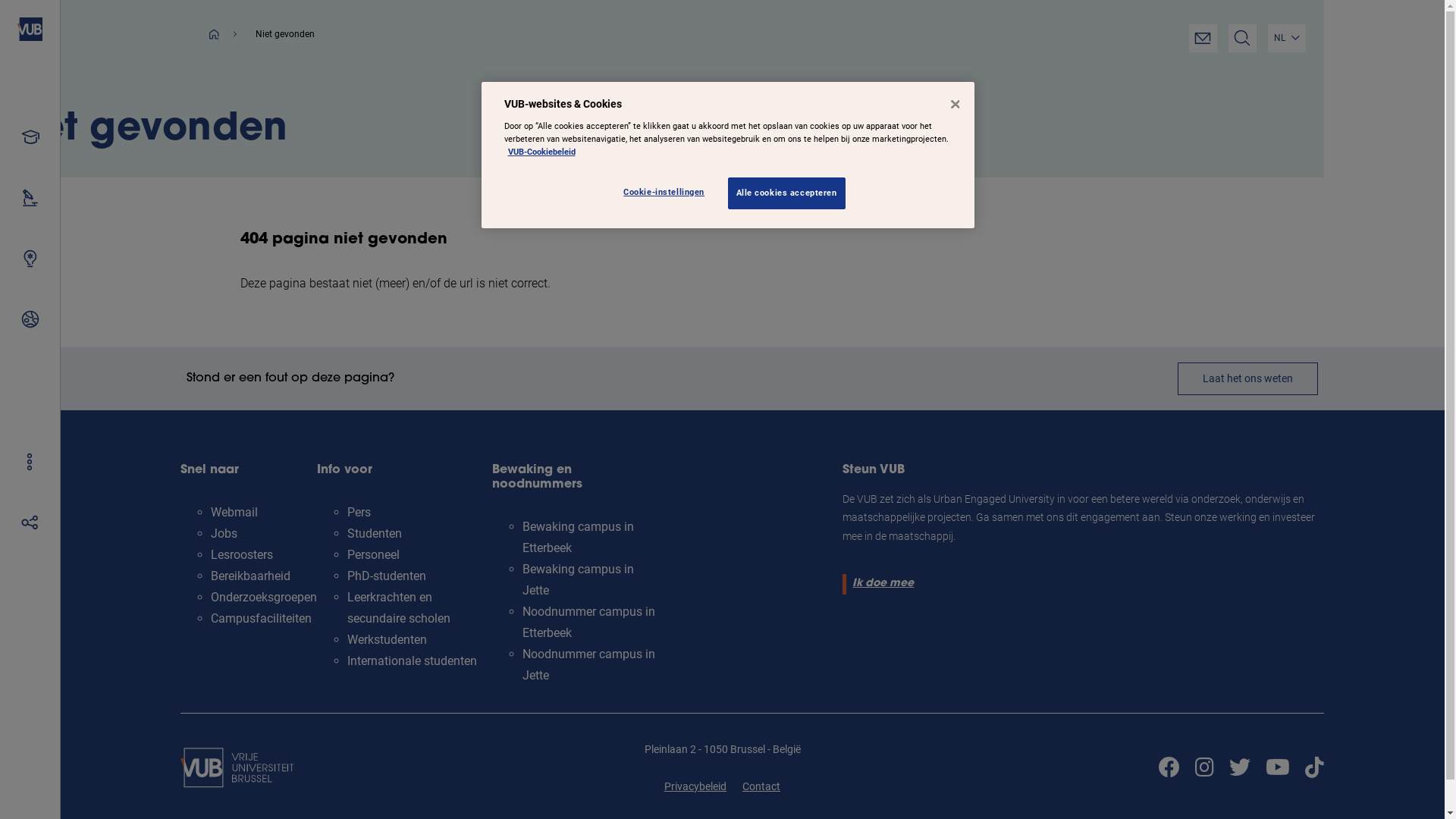 The image size is (1456, 819). I want to click on 'PhD-studenten', so click(386, 576).